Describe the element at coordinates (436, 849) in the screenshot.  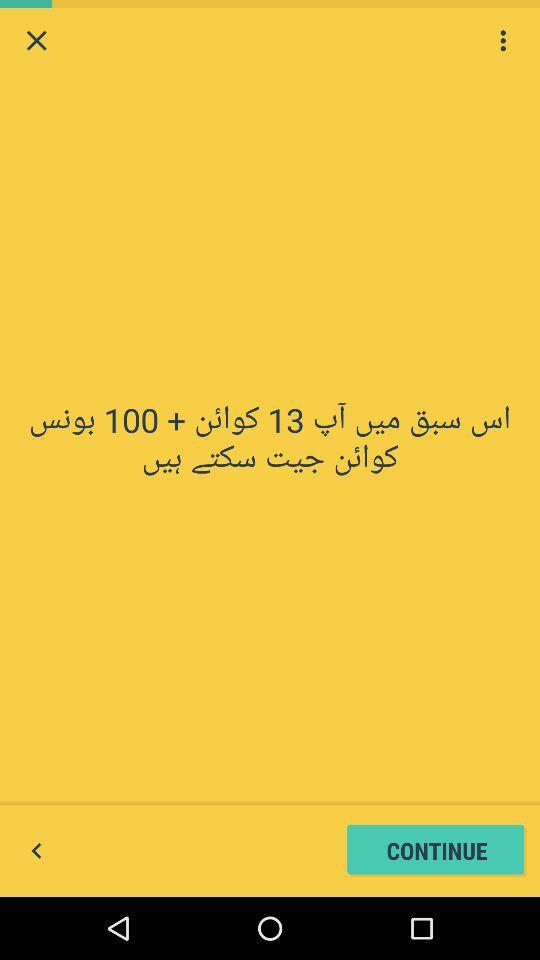
I see `continue button` at that location.